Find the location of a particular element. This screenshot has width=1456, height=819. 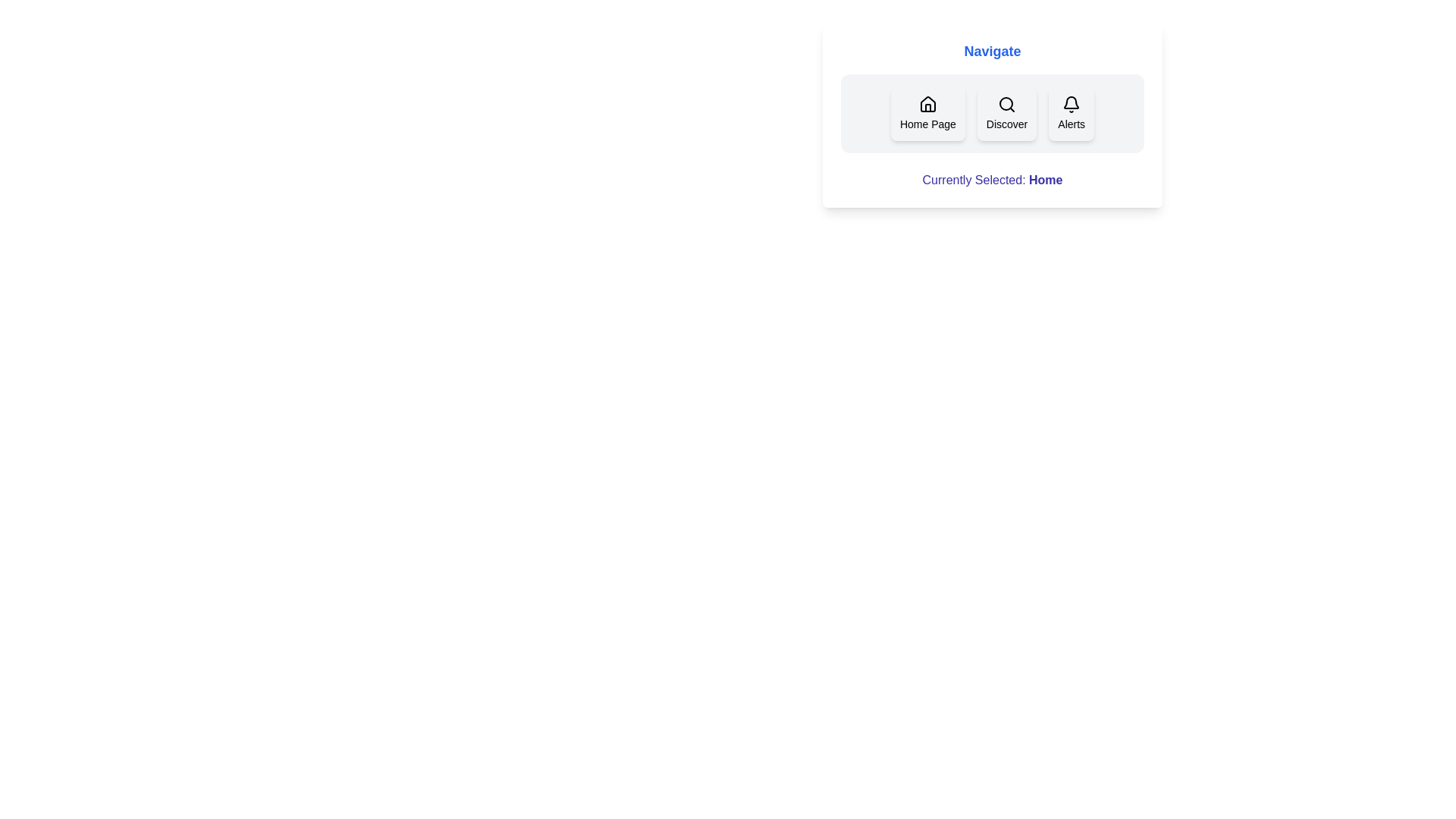

the 'Alerts' button, which is a light gray rectangular button with a black bell icon and is the third item in the horizontal navigation bar is located at coordinates (1071, 113).